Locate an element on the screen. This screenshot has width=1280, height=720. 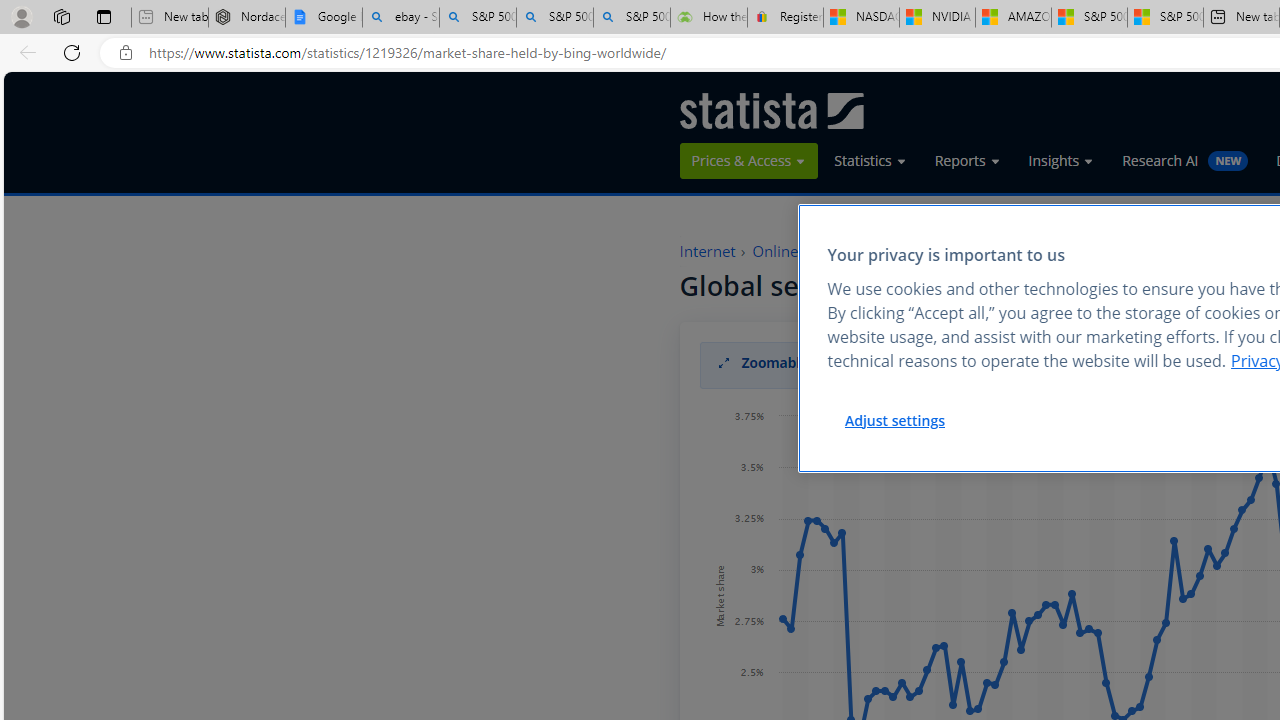
'Research AI' is located at coordinates (1185, 159).